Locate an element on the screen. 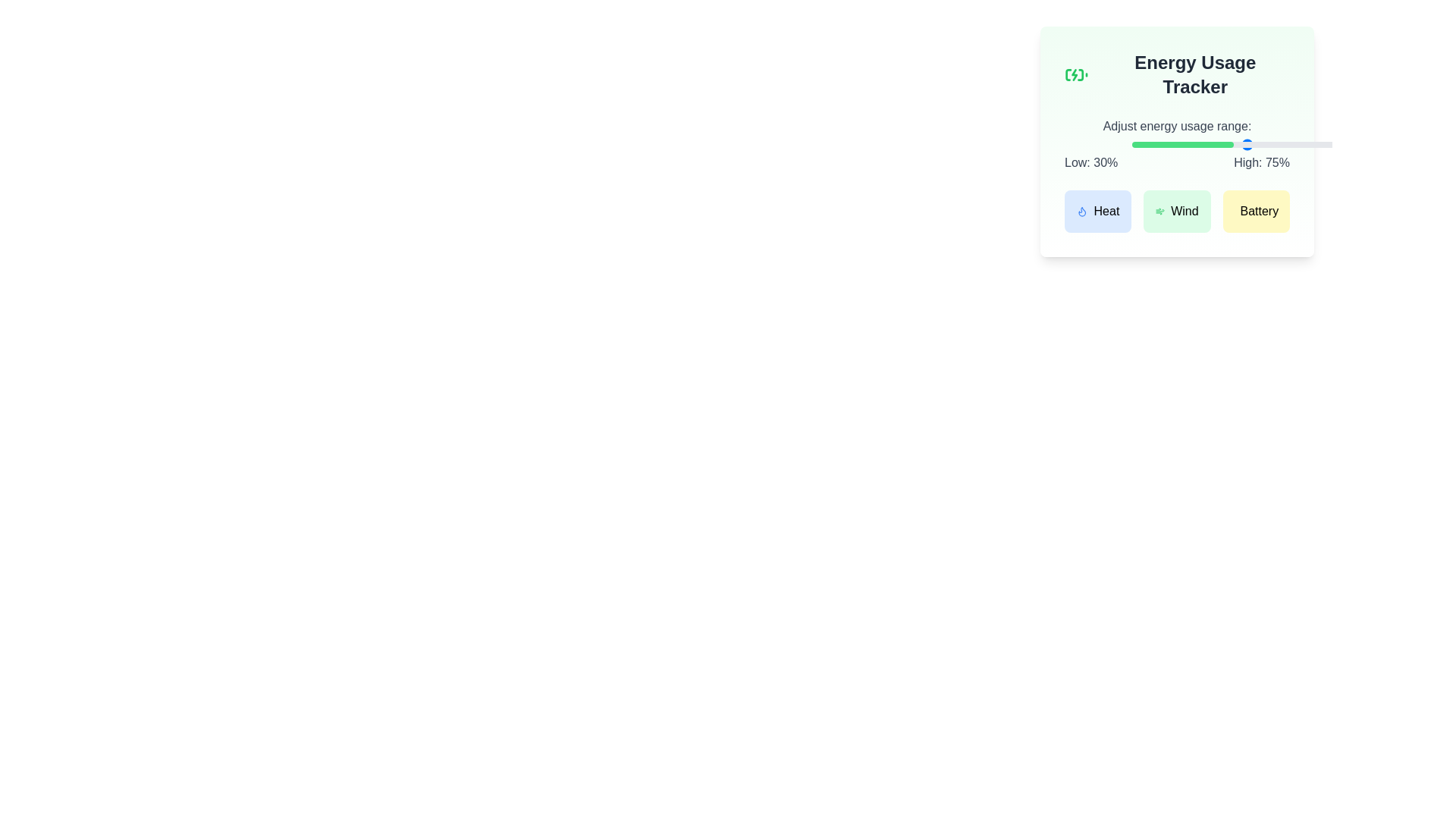 The height and width of the screenshot is (819, 1456). the 'Battery' button is located at coordinates (1259, 211).